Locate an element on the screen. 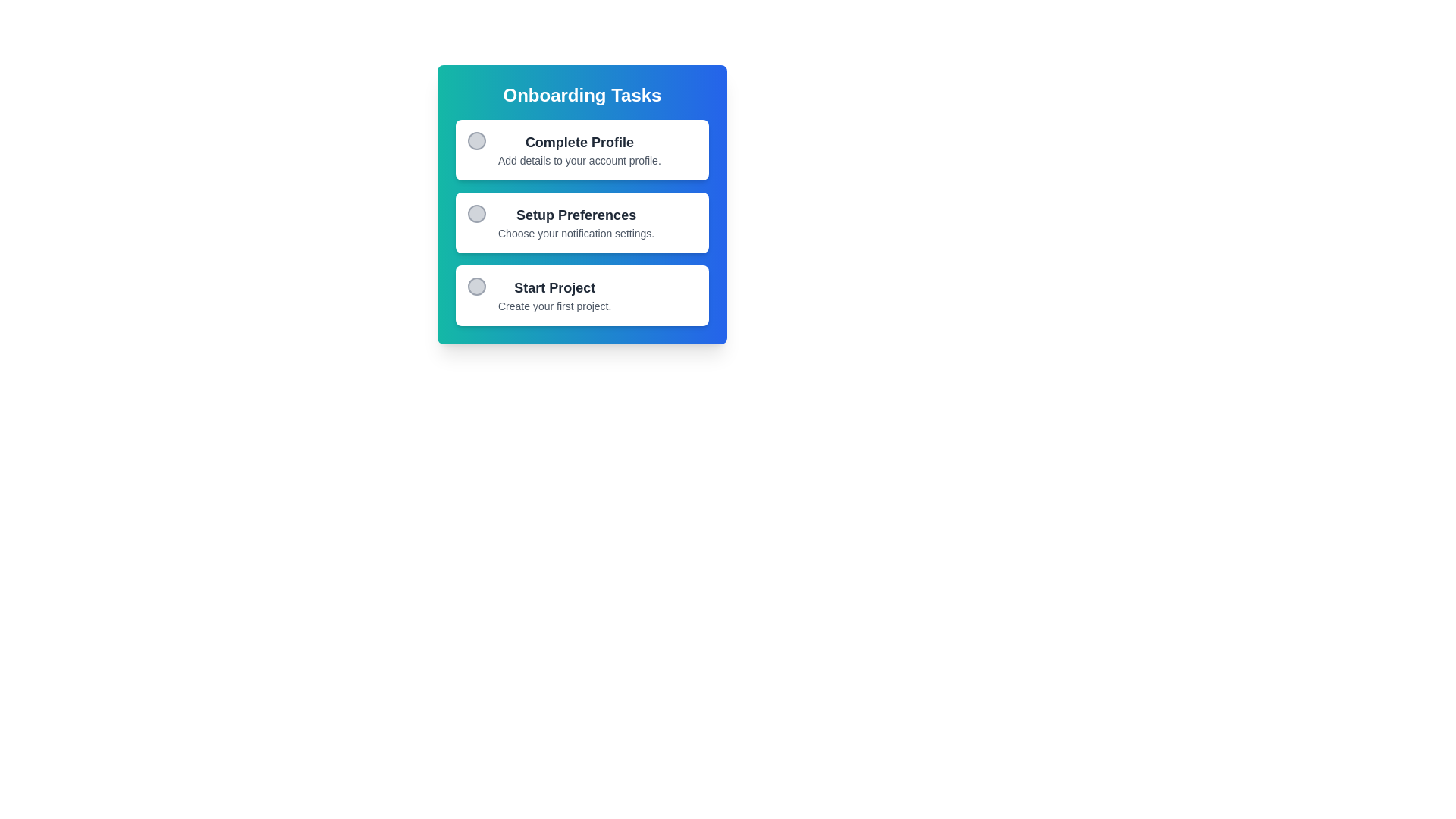 The width and height of the screenshot is (1456, 819). descriptive text label located directly below the 'Complete Profile' text within the card-like section of the 'Onboarding Tasks' interface is located at coordinates (579, 161).